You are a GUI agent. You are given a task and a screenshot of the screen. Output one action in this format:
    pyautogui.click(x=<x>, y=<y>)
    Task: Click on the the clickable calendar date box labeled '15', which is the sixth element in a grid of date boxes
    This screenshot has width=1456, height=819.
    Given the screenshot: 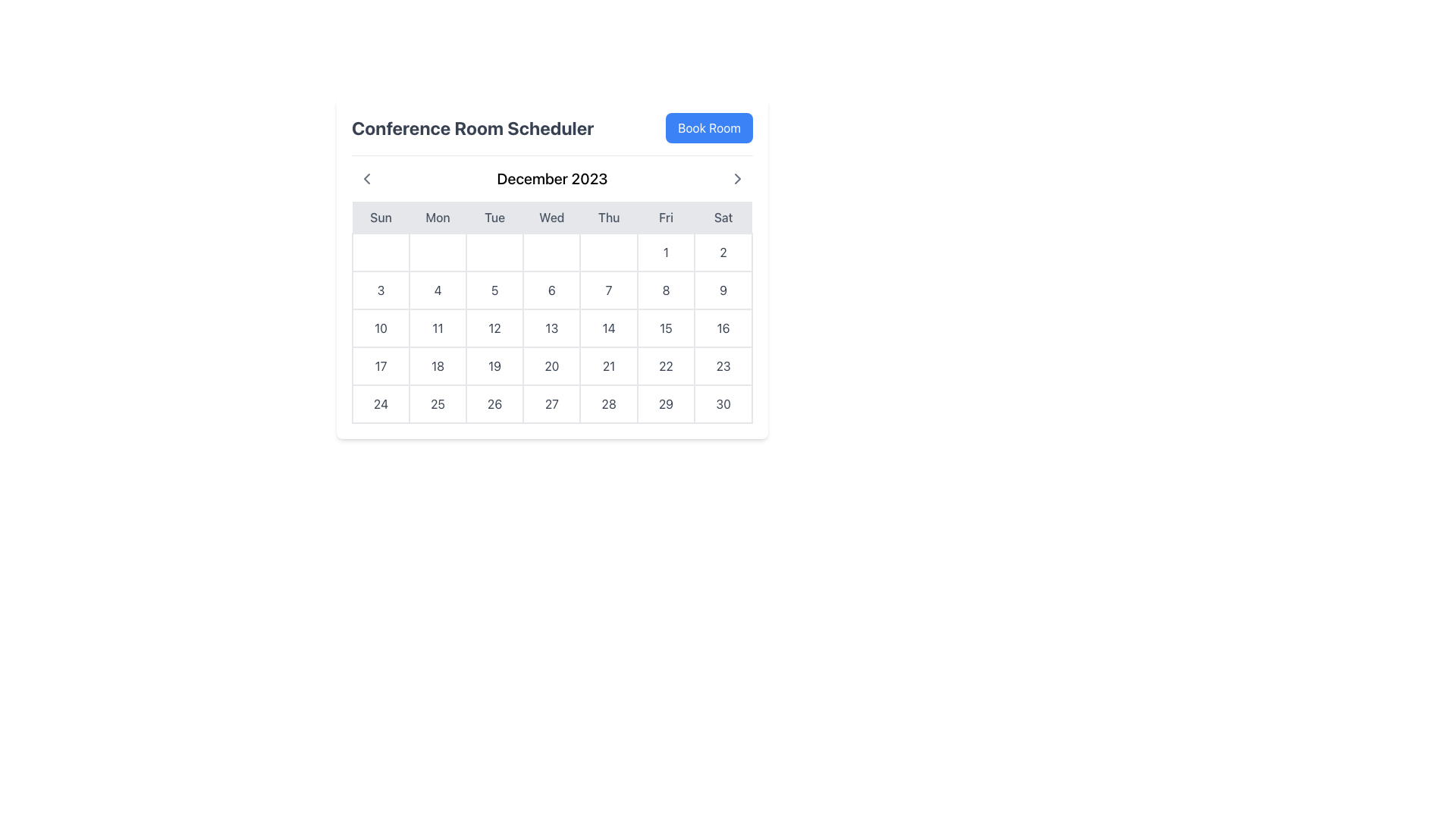 What is the action you would take?
    pyautogui.click(x=666, y=327)
    